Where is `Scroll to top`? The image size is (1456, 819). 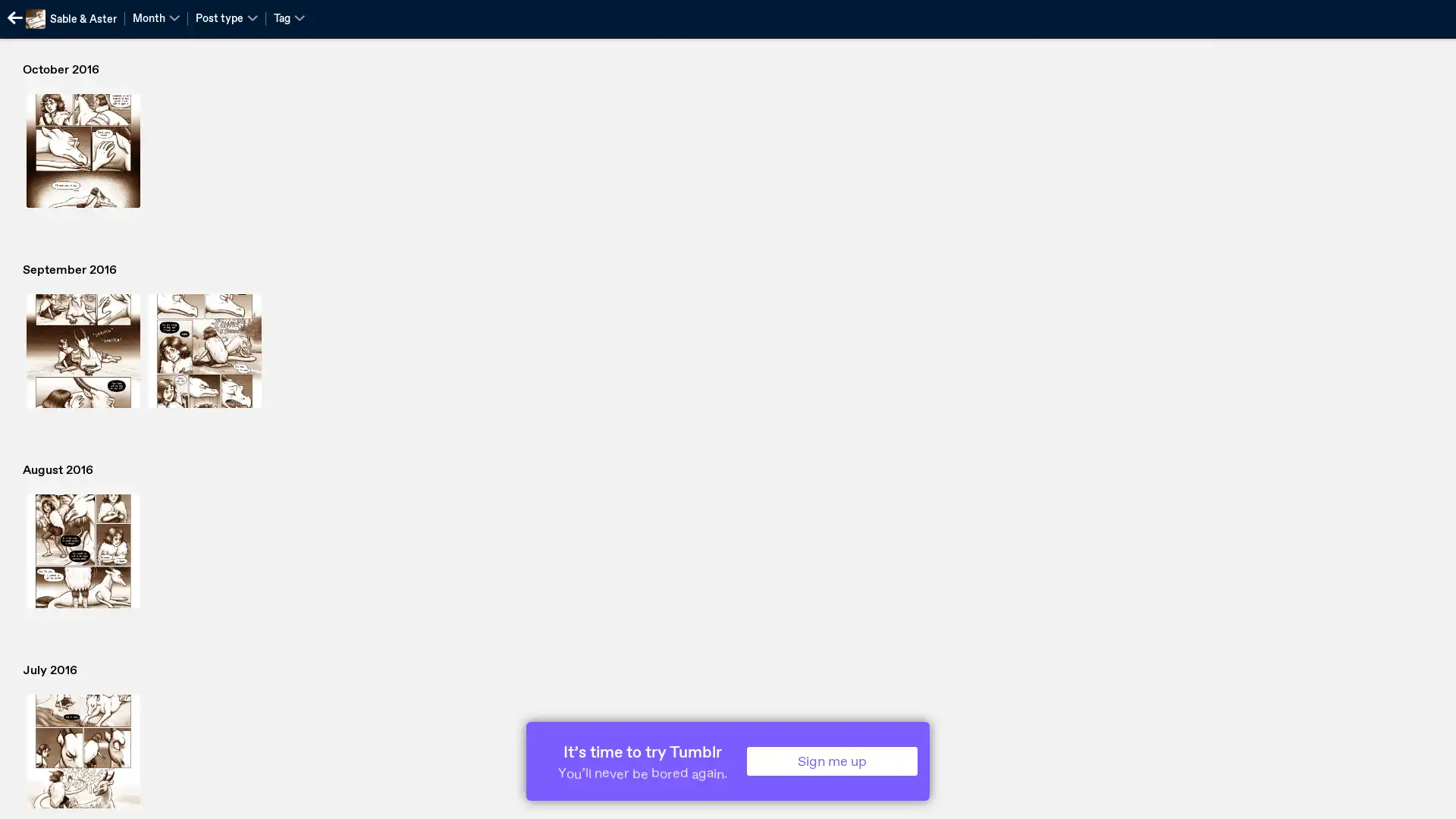
Scroll to top is located at coordinates (1426, 802).